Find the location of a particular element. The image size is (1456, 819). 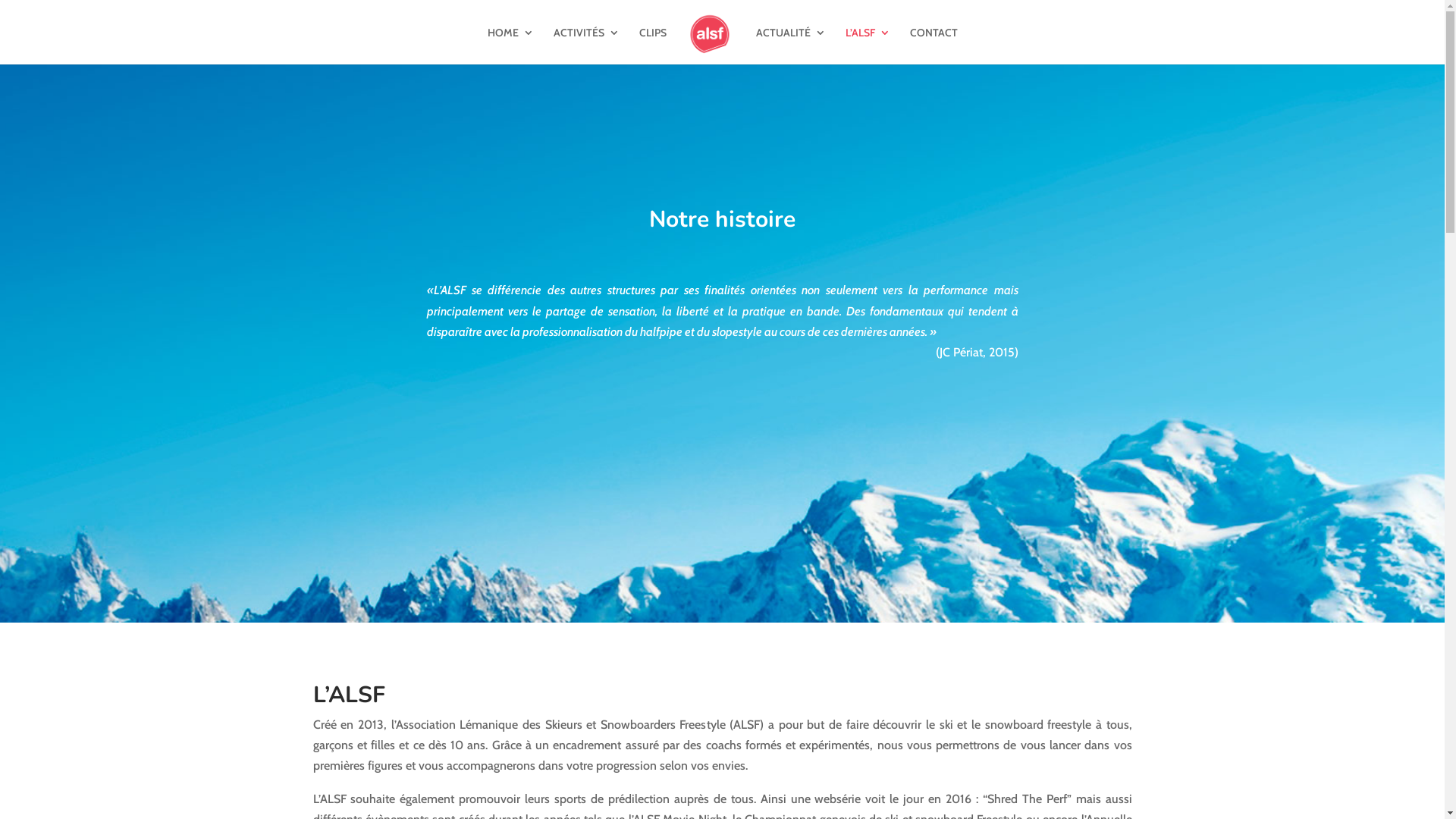

'CLIPS' is located at coordinates (651, 45).